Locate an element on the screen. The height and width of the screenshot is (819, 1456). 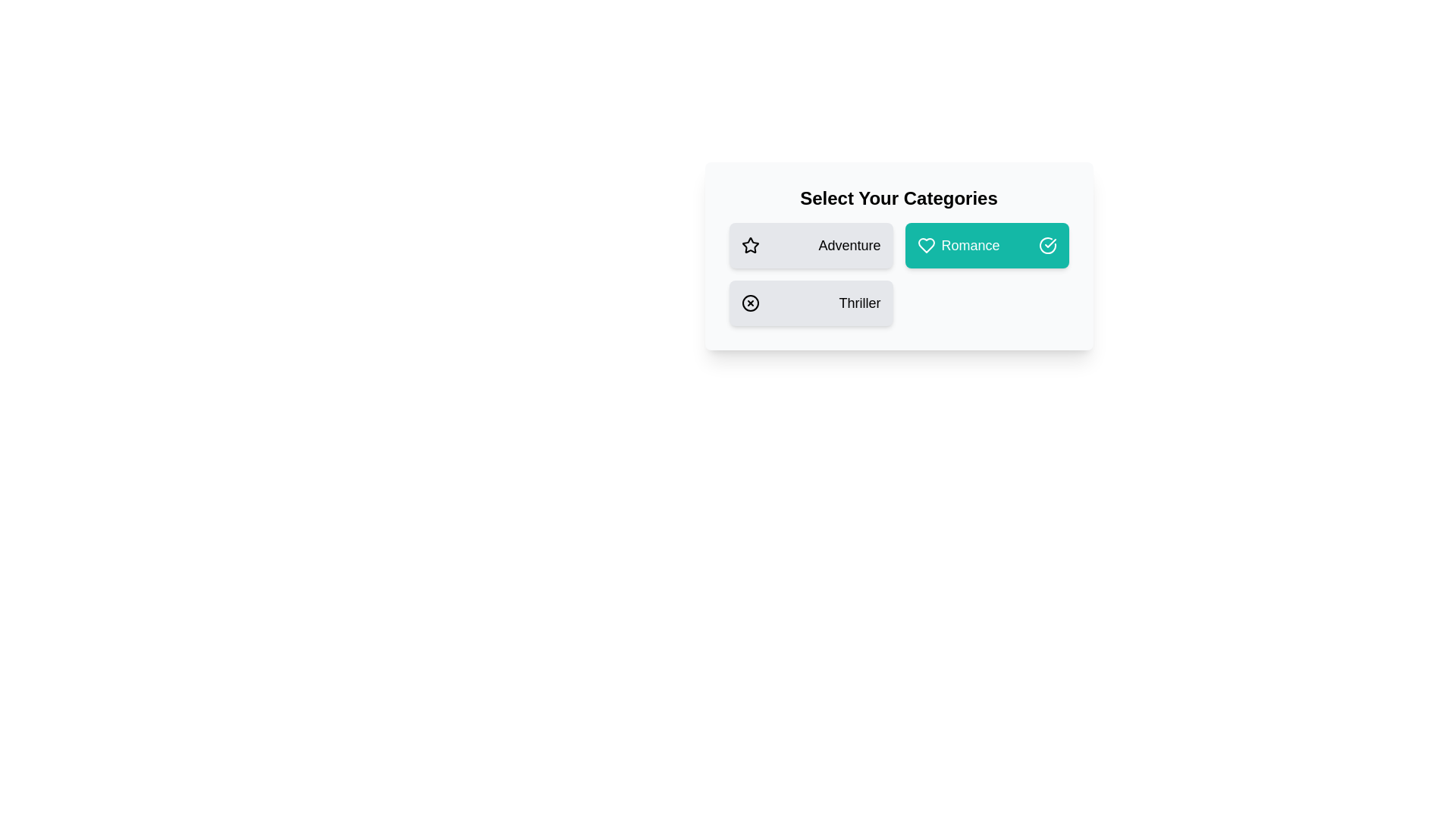
the category Romance is located at coordinates (987, 245).